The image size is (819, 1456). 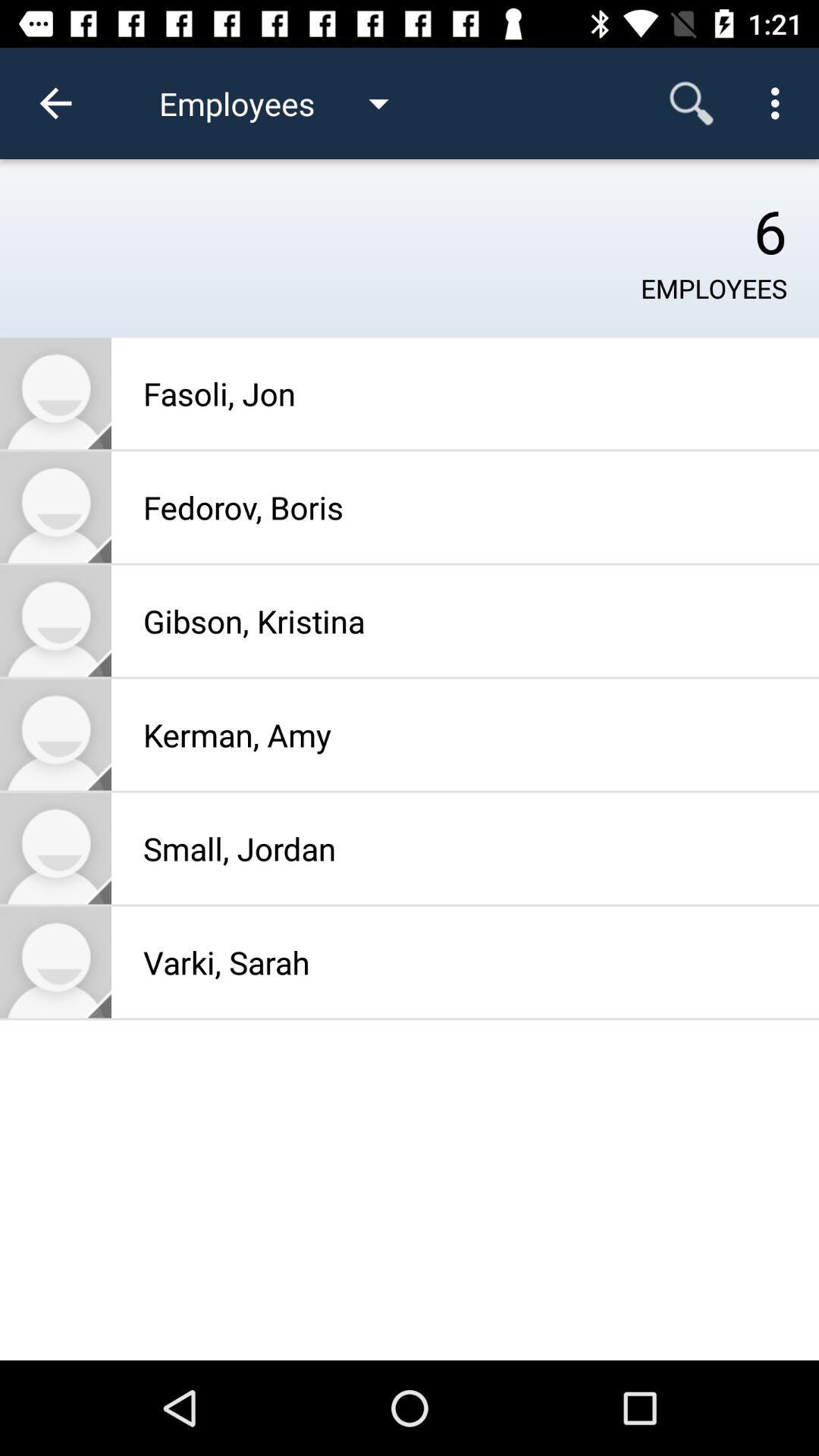 What do you see at coordinates (55, 961) in the screenshot?
I see `show picture of contact` at bounding box center [55, 961].